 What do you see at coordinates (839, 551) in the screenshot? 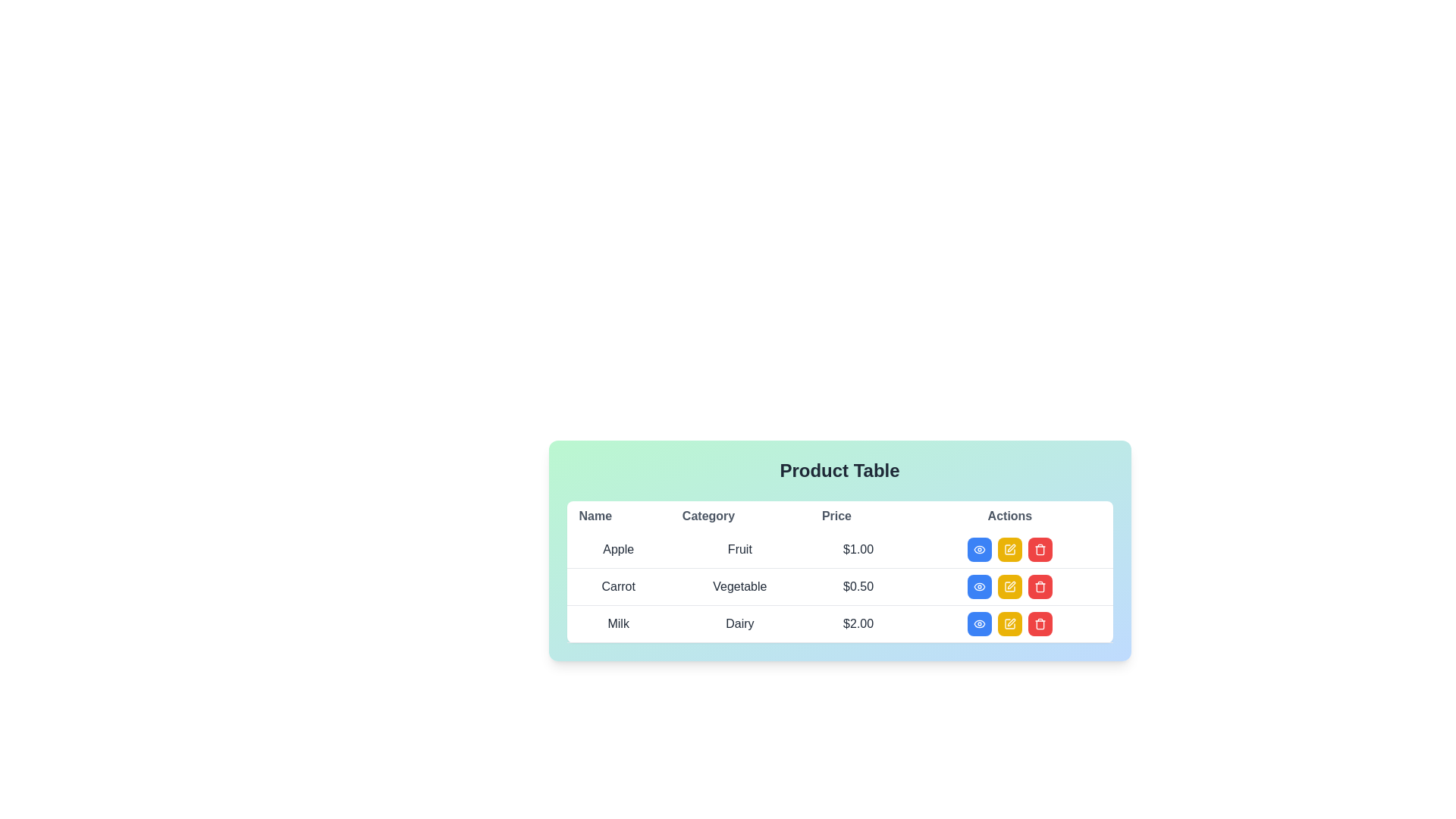
I see `the table cells in the 'Product Table', which contains headings such as 'Name', 'Category', 'Price', and 'Actions'` at bounding box center [839, 551].